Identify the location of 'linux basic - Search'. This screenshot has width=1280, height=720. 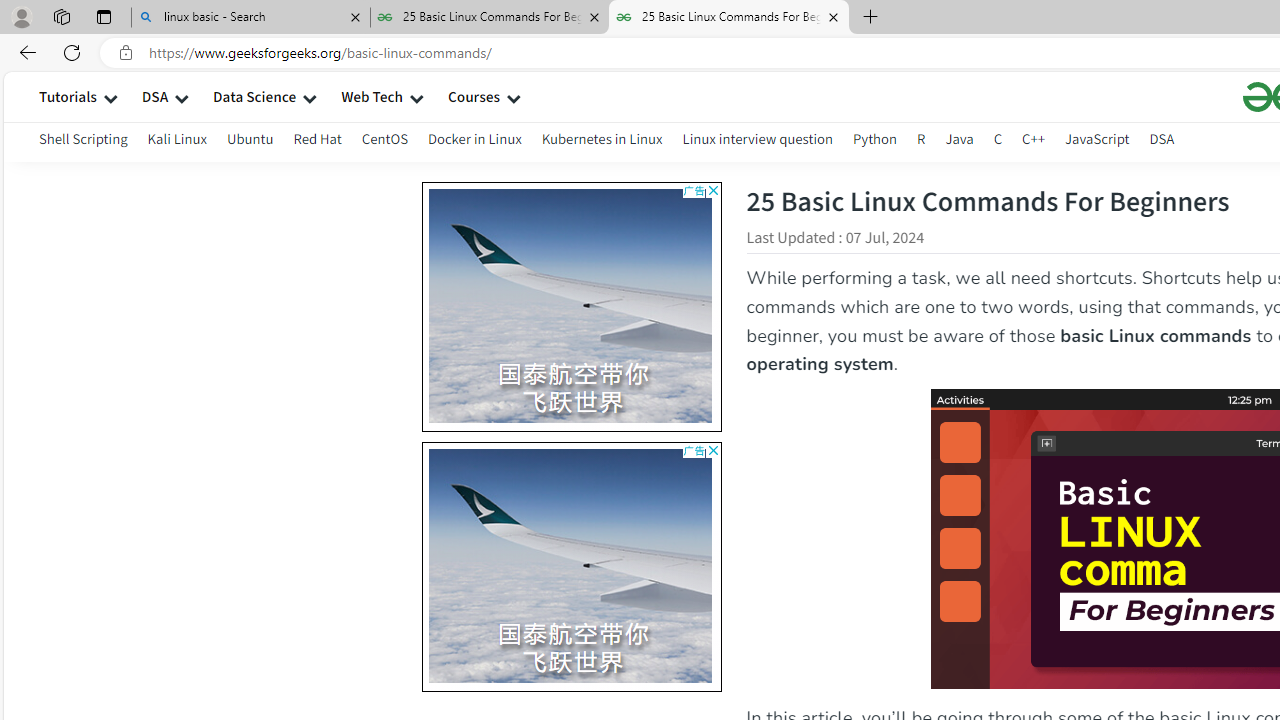
(249, 17).